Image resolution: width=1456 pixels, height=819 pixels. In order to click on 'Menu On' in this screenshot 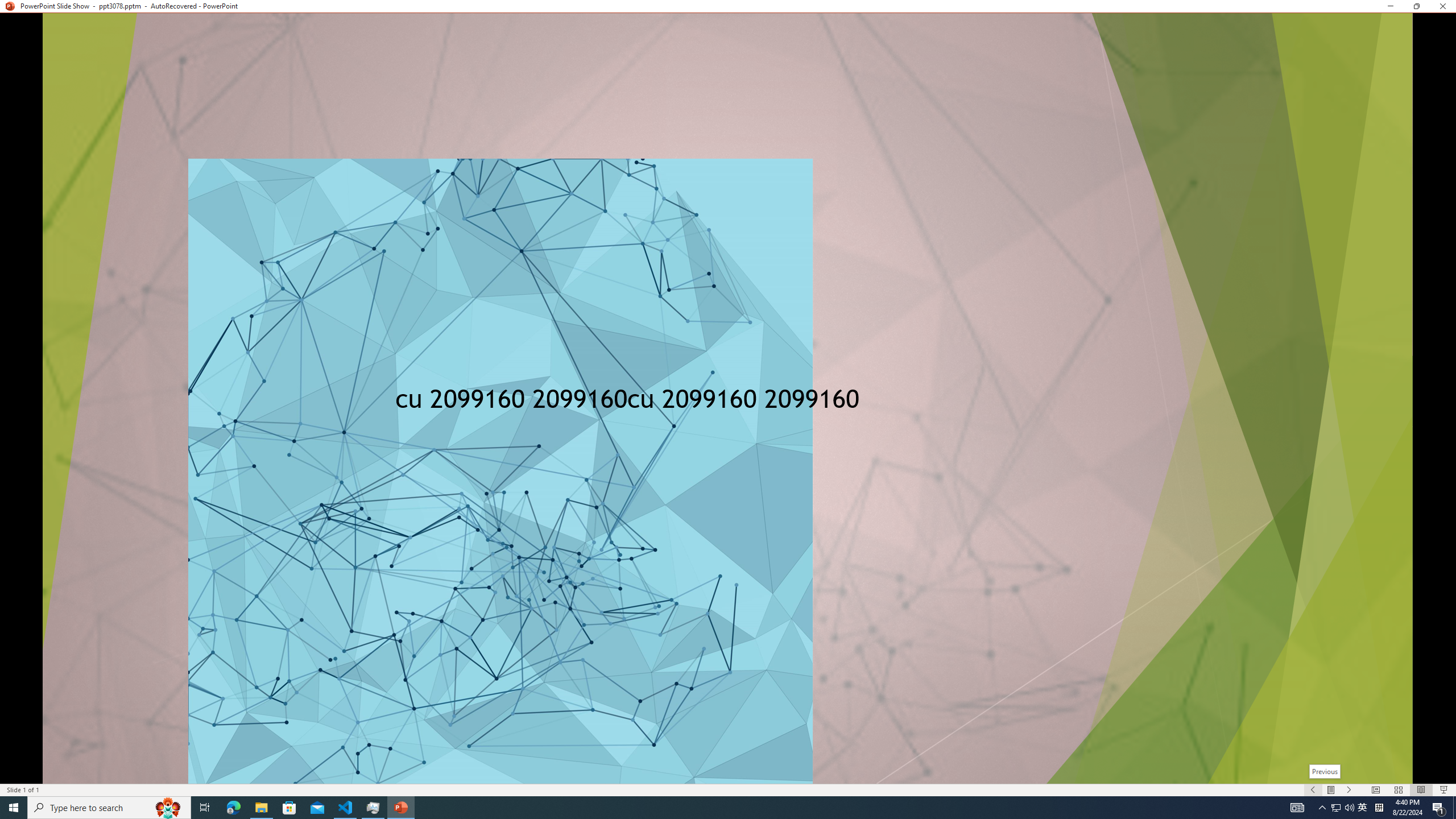, I will do `click(1331, 790)`.